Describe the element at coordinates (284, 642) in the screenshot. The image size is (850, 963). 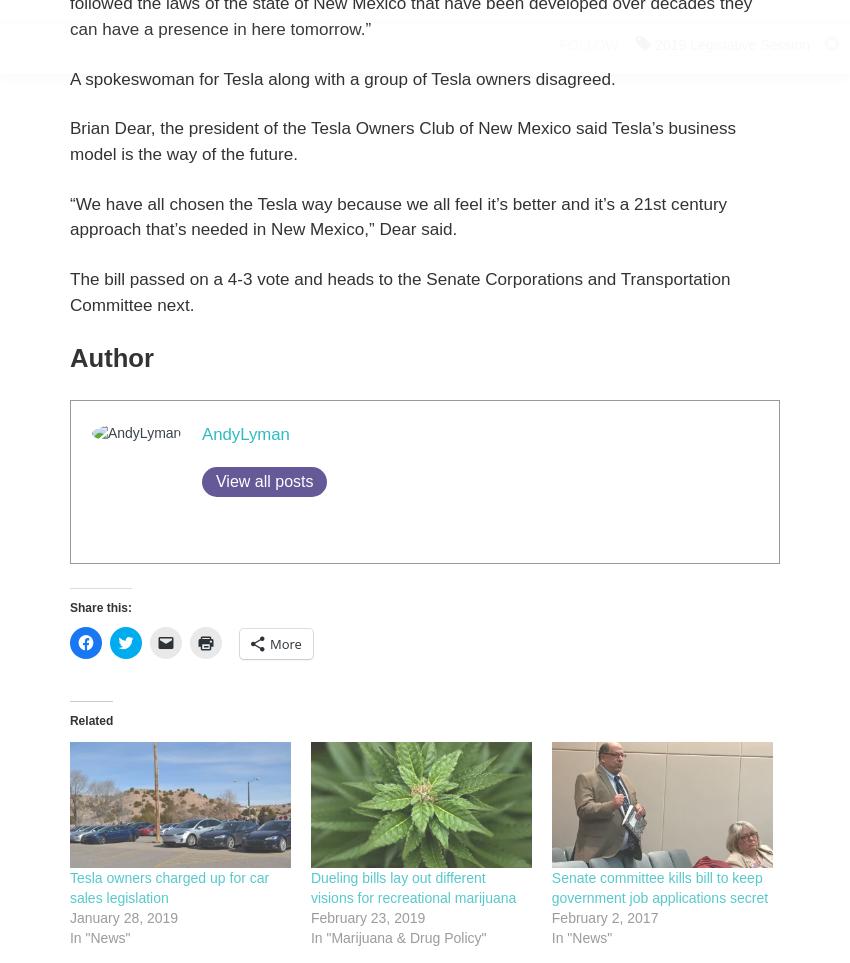
I see `'More'` at that location.